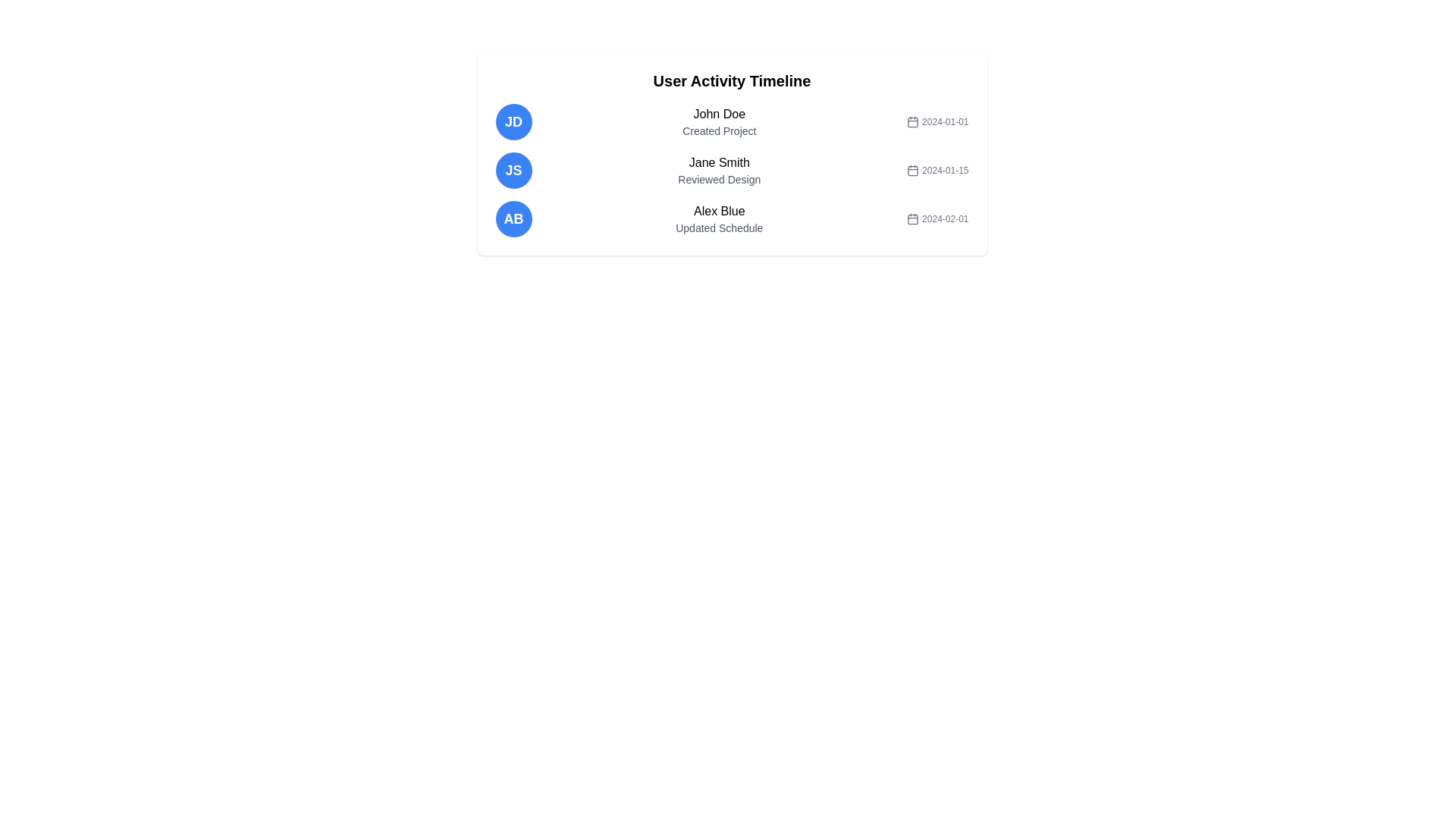 This screenshot has width=1456, height=819. Describe the element at coordinates (718, 130) in the screenshot. I see `the text label displaying 'Created Project' which is a sub-label below 'John Doe'` at that location.